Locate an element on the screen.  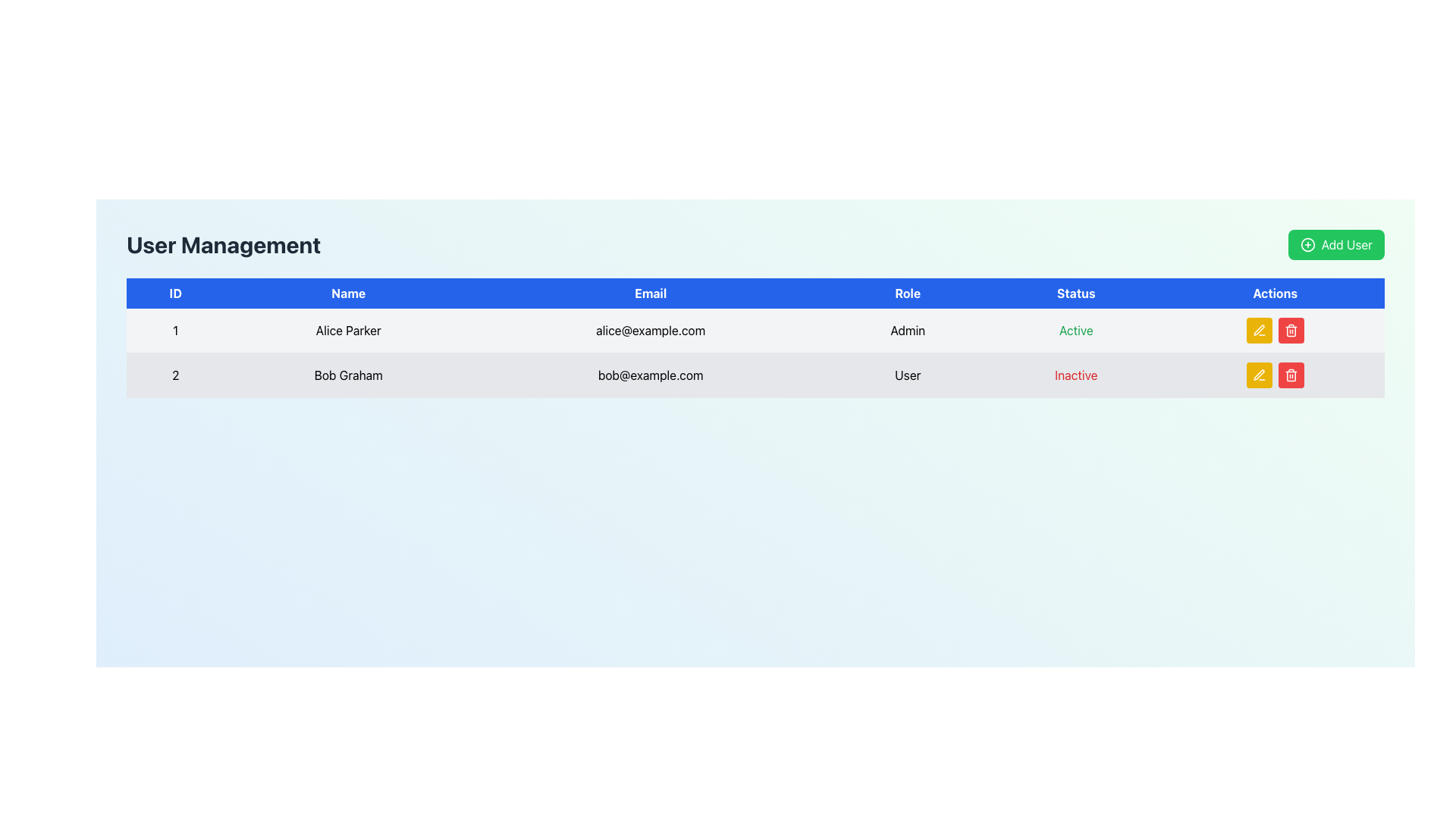
the header label for email addresses in the data table, which is the third column after 'ID' and 'Name' is located at coordinates (651, 293).